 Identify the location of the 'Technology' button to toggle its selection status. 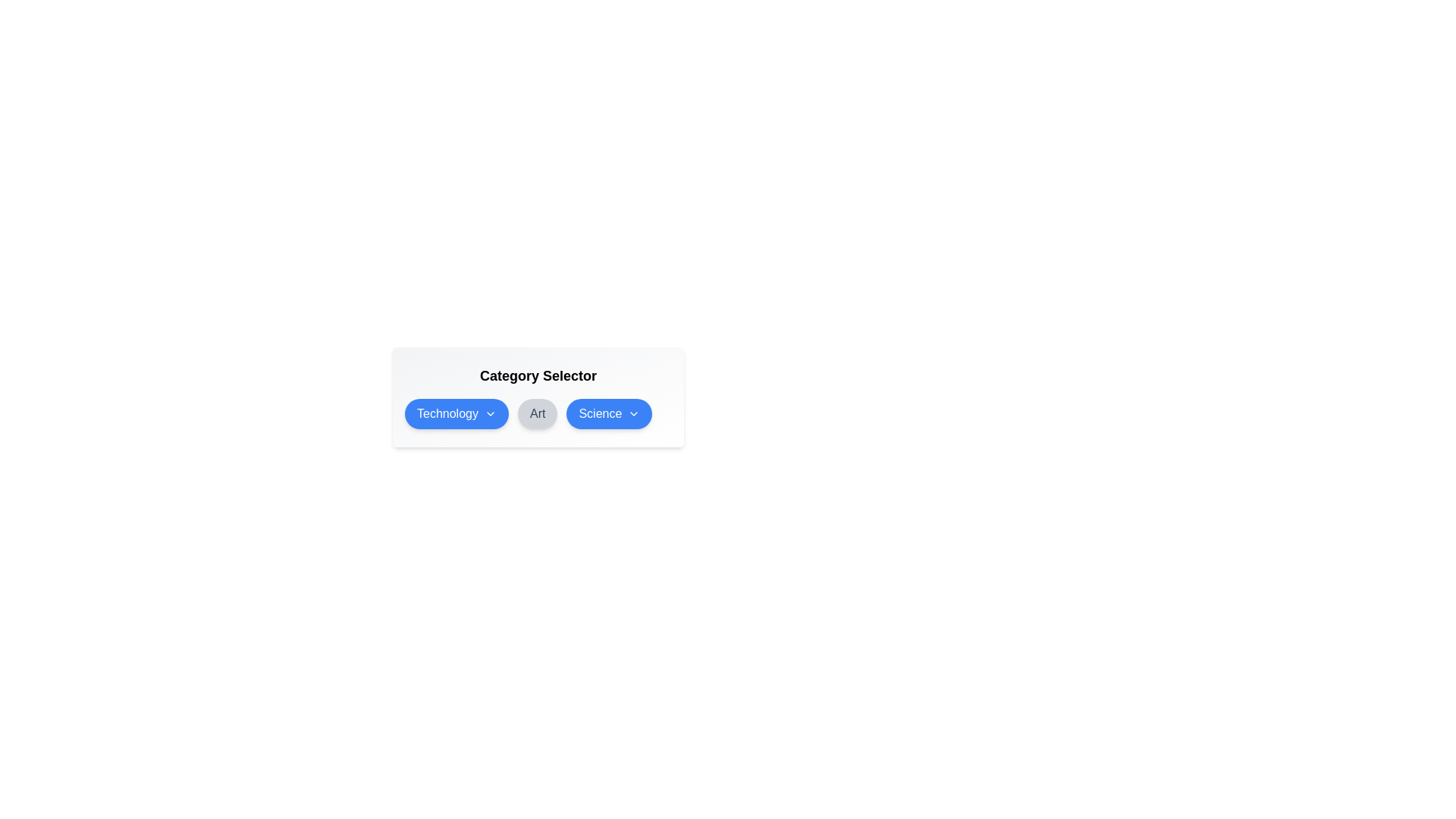
(455, 414).